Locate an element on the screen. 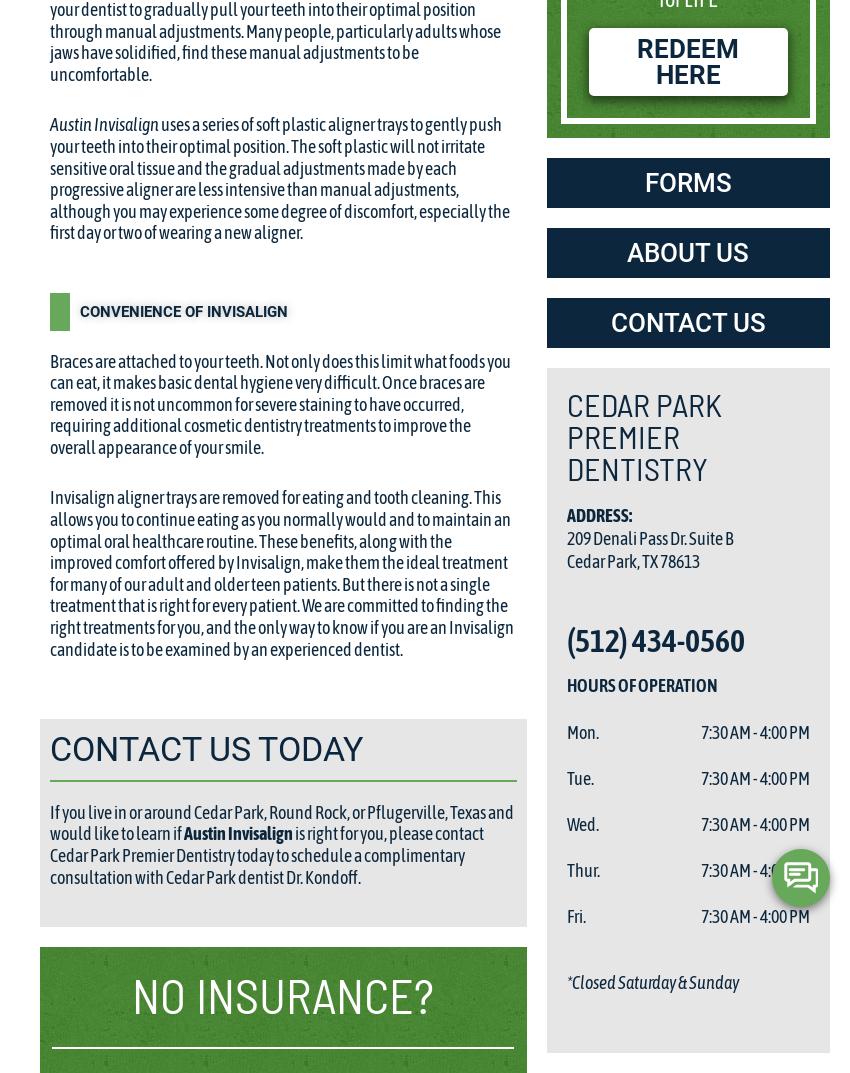 This screenshot has width=850, height=1073. 'is right for you, please contact Cedar Park Premier Dentistry today to schedule a complimentary consultation with Cedar Park dentist Dr. Kondoff.' is located at coordinates (265, 853).